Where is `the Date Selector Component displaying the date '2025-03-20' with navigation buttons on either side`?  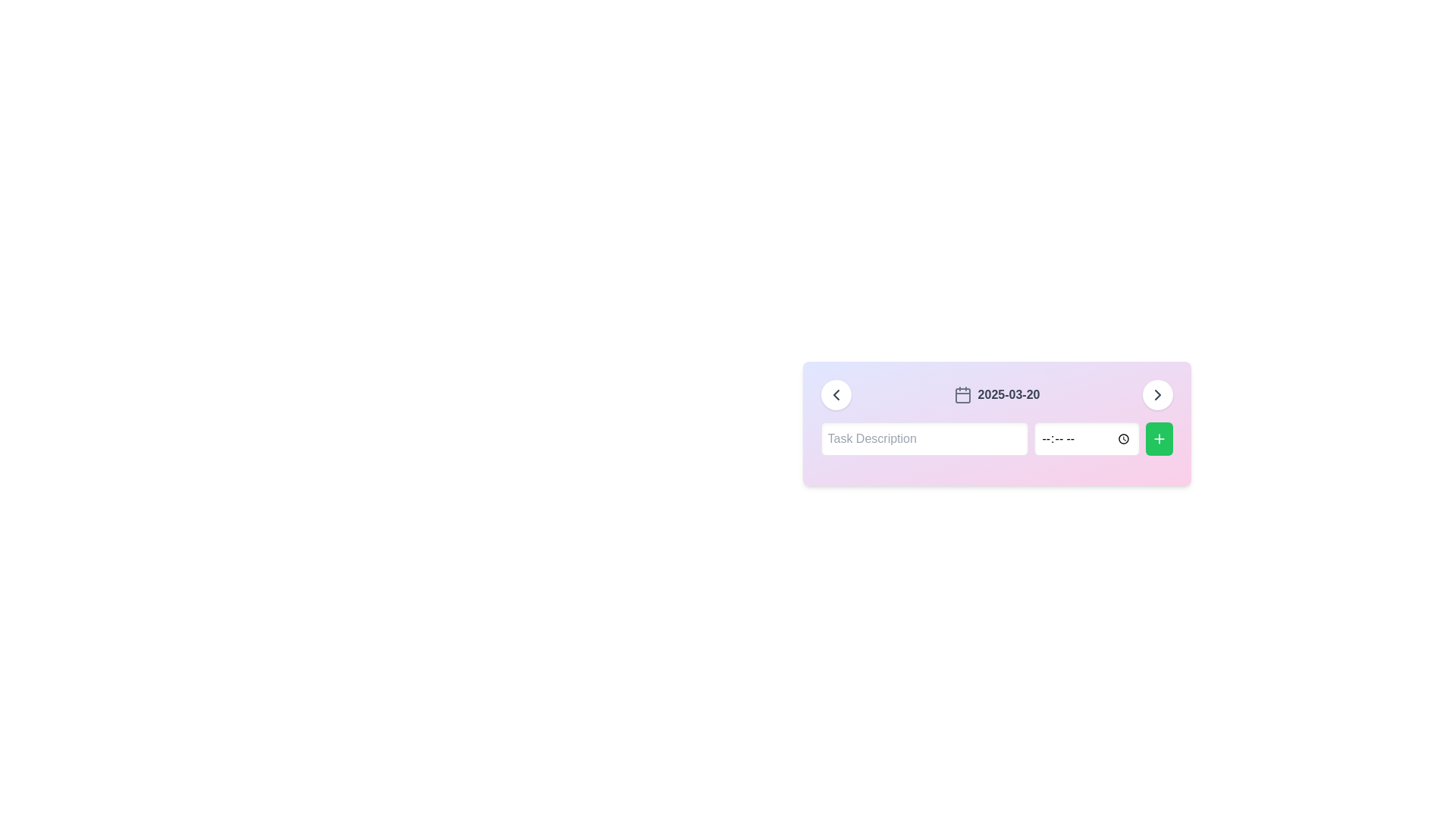 the Date Selector Component displaying the date '2025-03-20' with navigation buttons on either side is located at coordinates (996, 394).